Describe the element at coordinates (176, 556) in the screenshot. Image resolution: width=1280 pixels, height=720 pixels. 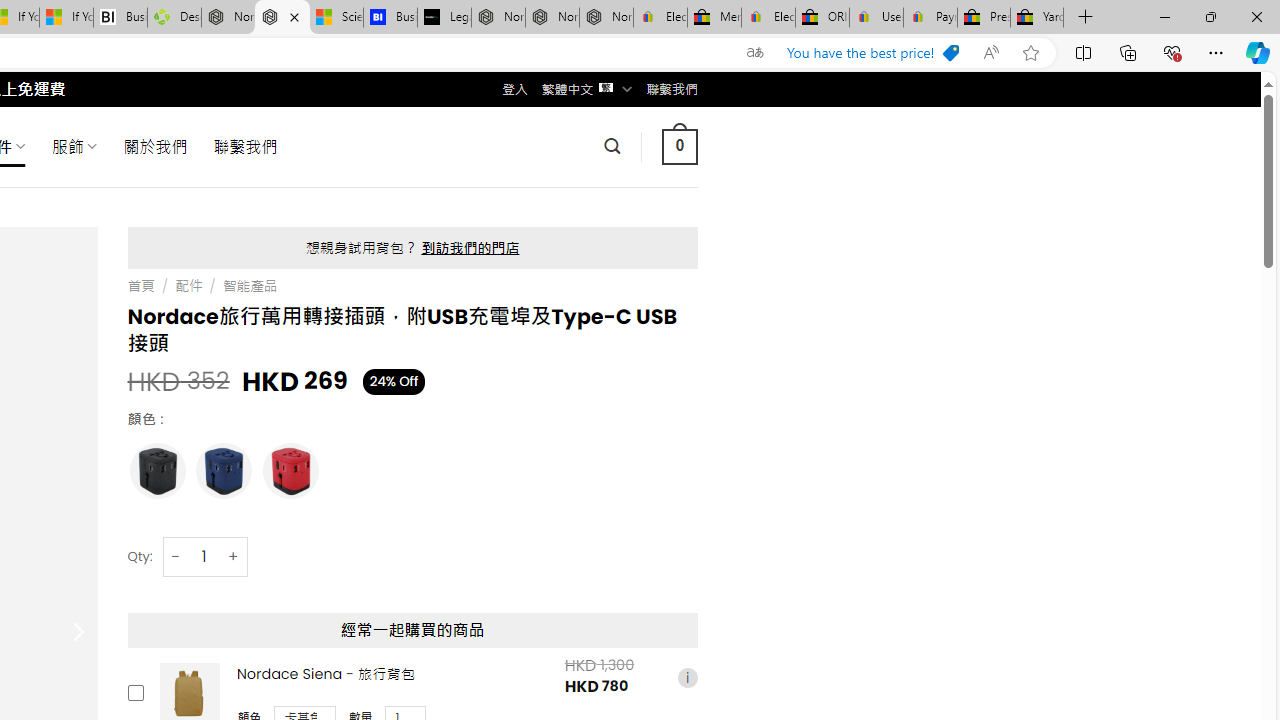
I see `'-'` at that location.